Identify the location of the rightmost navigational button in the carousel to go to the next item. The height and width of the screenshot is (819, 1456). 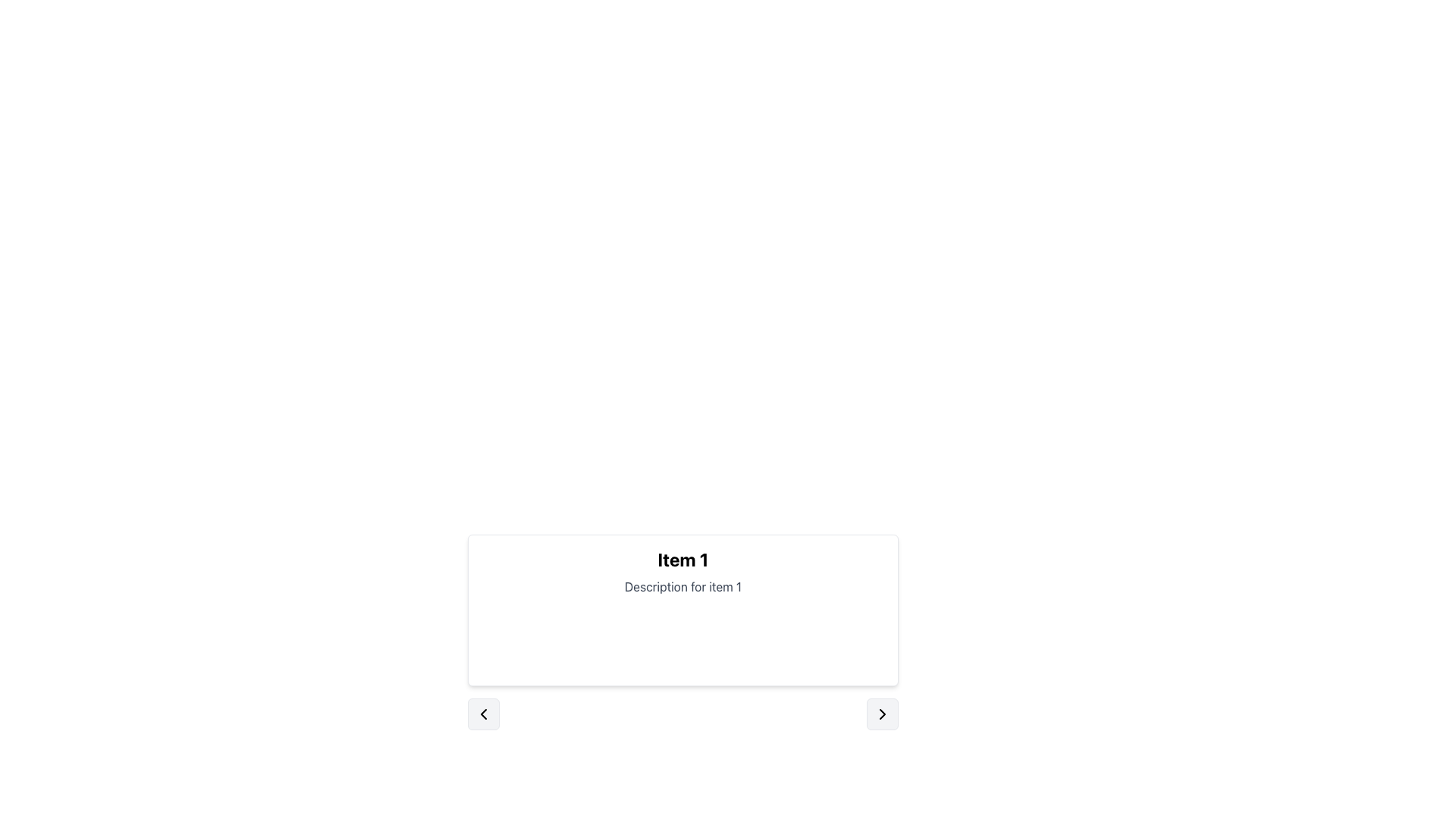
(882, 714).